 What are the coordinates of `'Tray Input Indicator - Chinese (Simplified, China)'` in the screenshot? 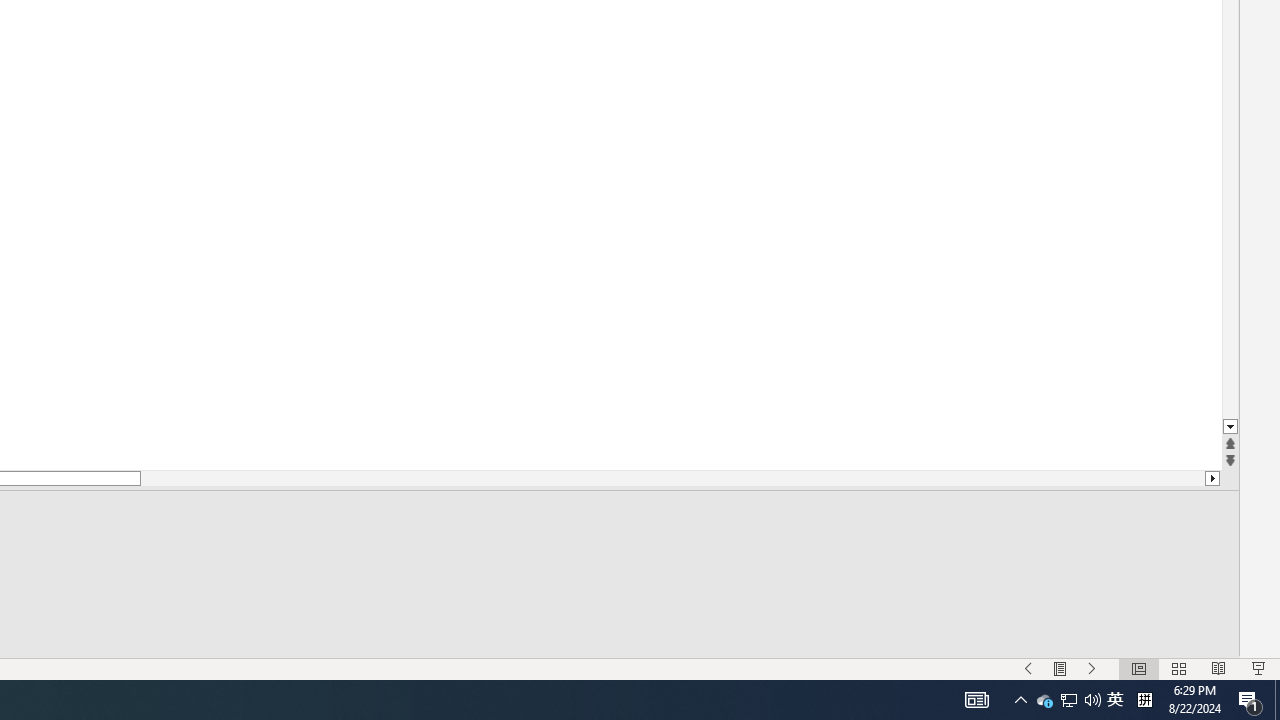 It's located at (1114, 698).